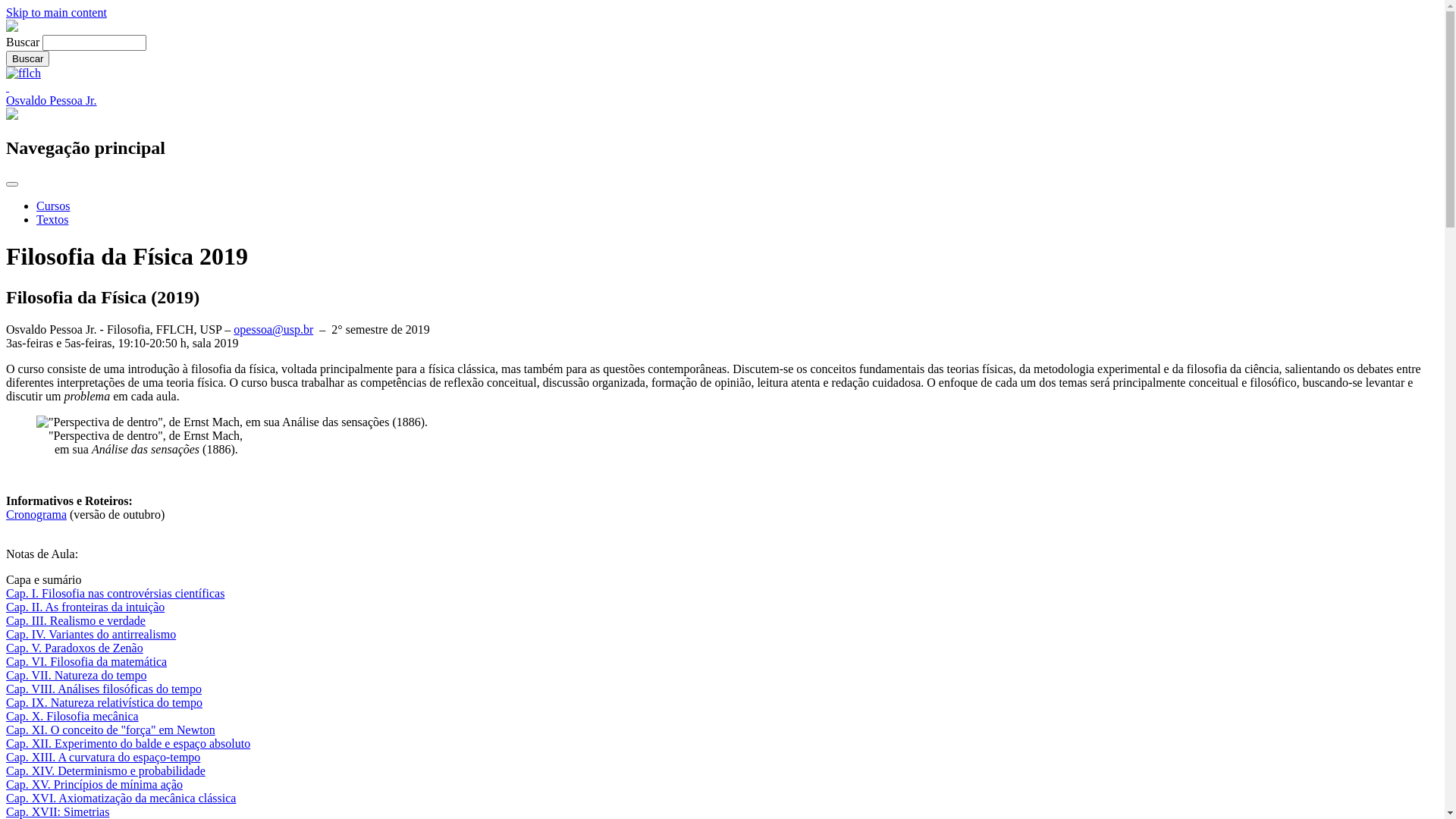 This screenshot has width=1456, height=819. I want to click on 'opessoa@usp.br', so click(273, 328).